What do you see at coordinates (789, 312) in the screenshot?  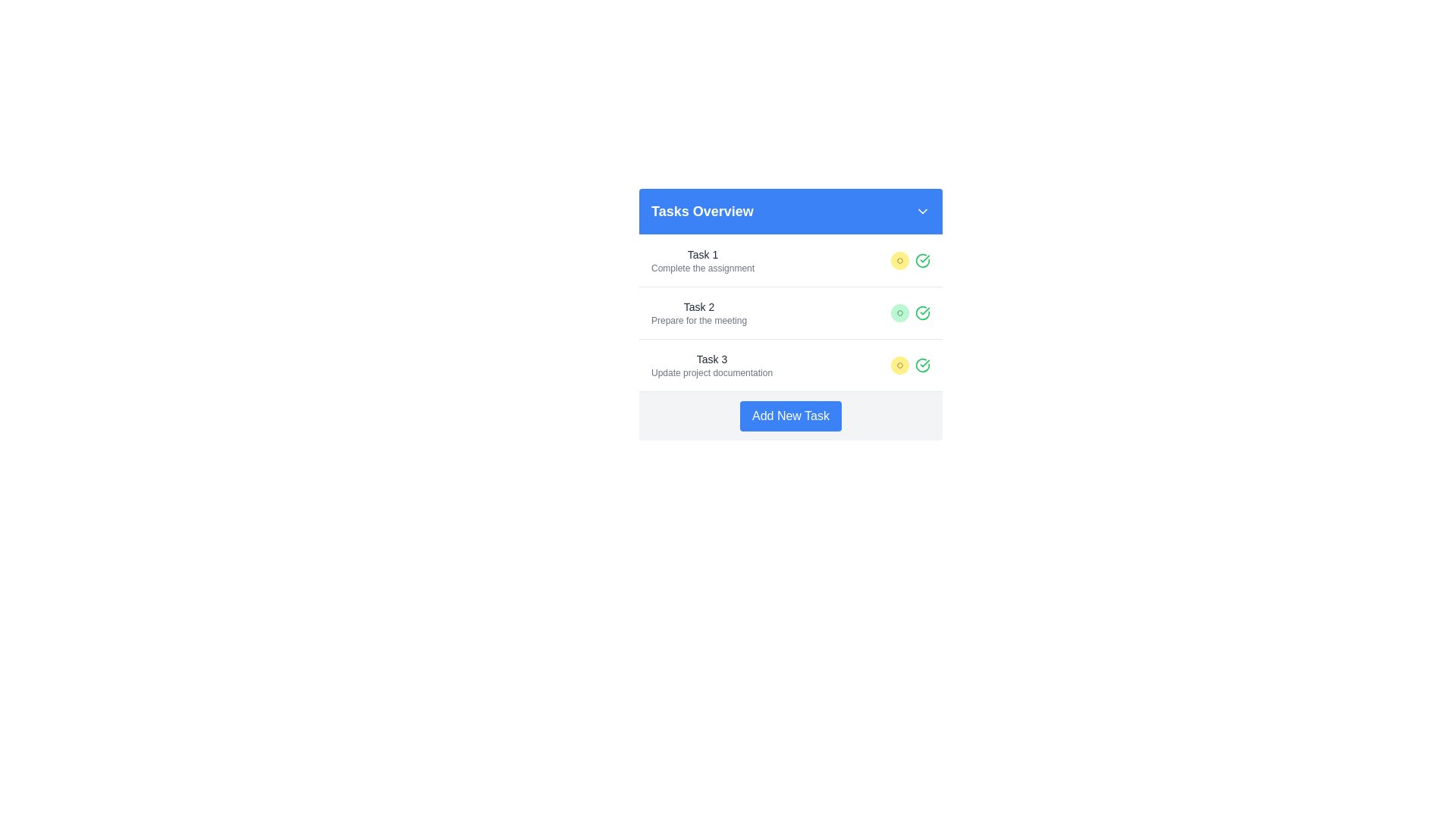 I see `the second task item, 'Task 2', in the task list` at bounding box center [789, 312].